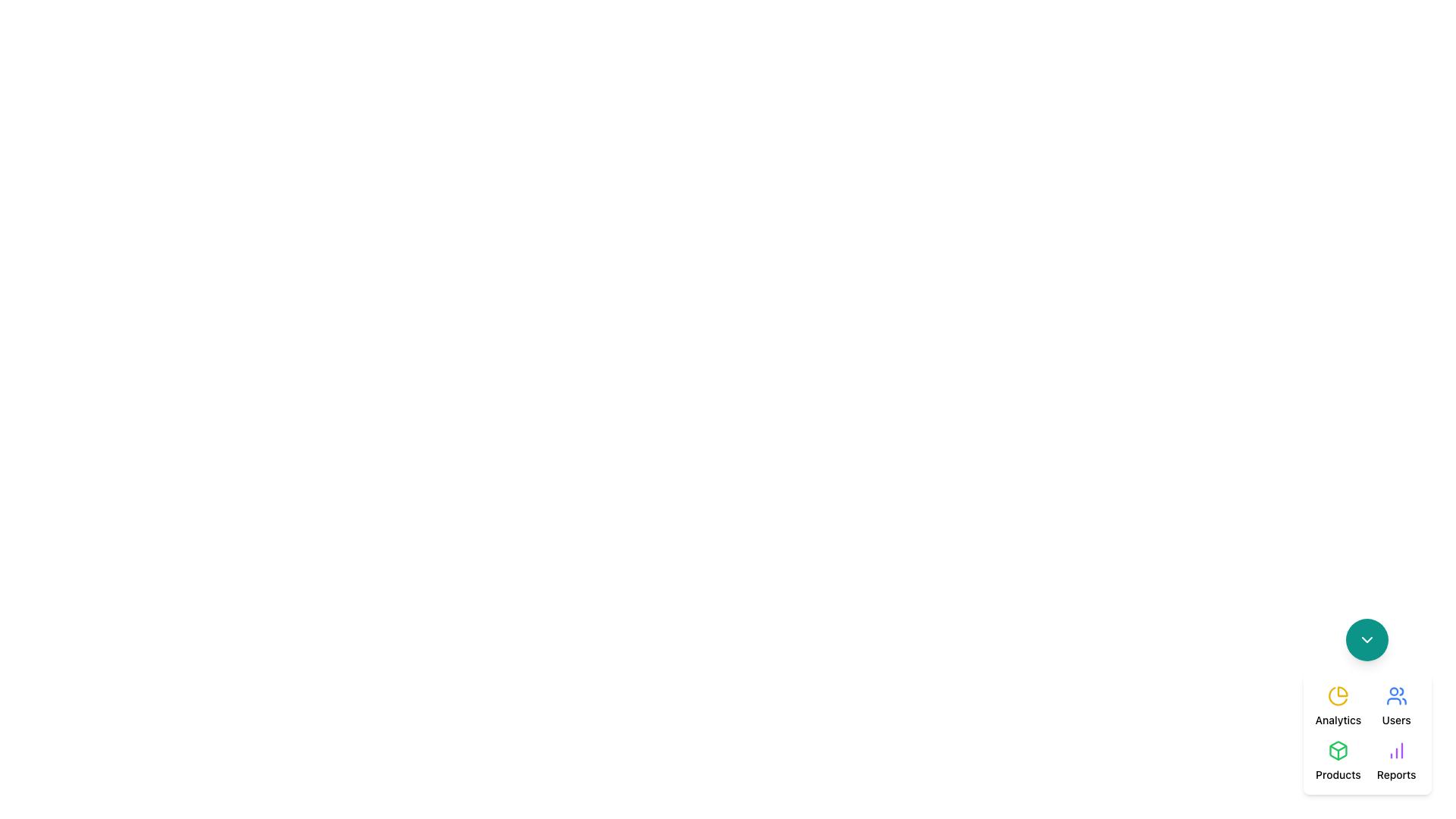 The image size is (1456, 819). What do you see at coordinates (1338, 751) in the screenshot?
I see `the small green-bordered cube icon located next to the 'Products' text label in the menu` at bounding box center [1338, 751].